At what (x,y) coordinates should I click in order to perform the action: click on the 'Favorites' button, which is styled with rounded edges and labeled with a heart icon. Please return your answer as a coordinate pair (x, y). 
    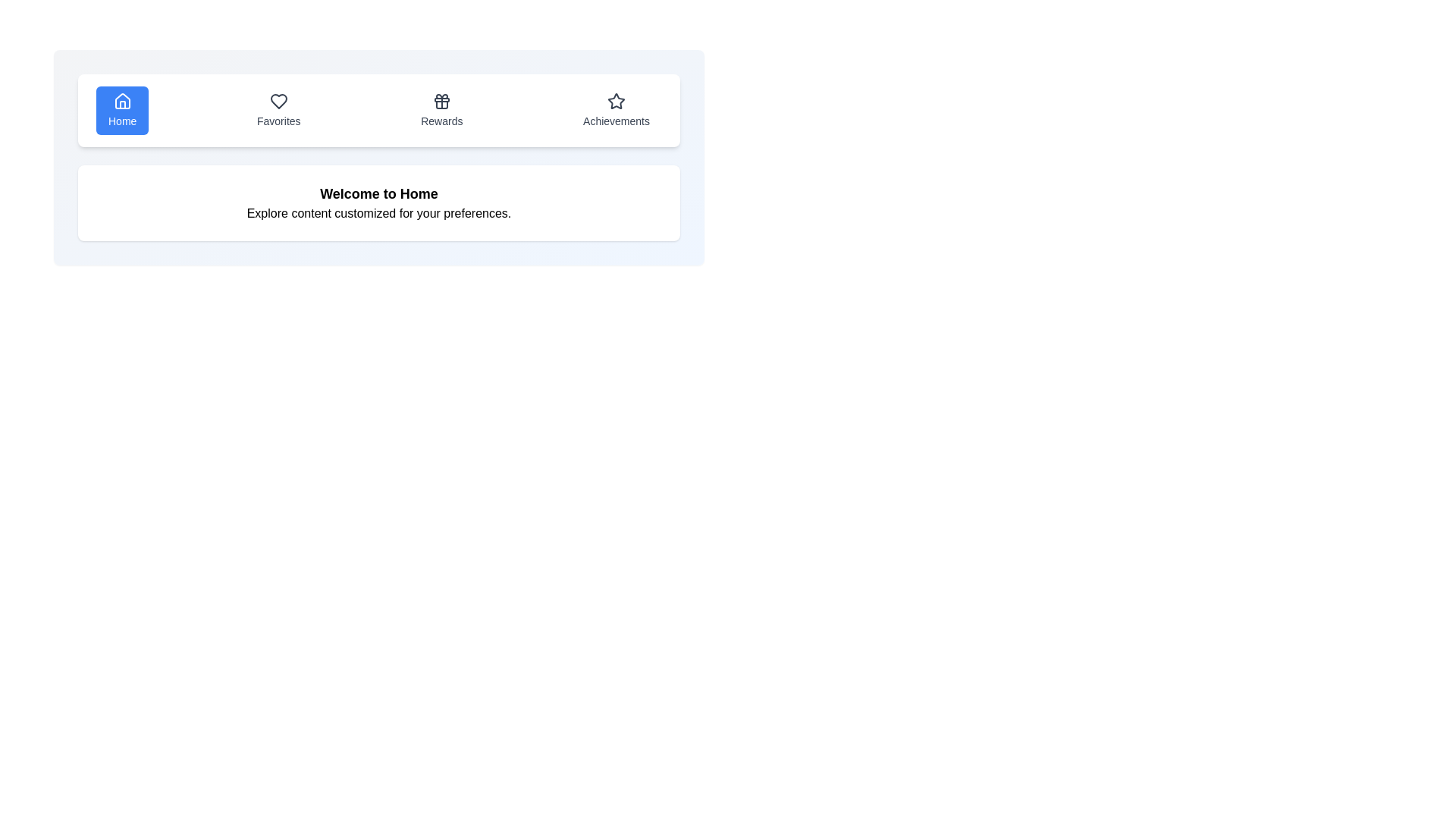
    Looking at the image, I should click on (278, 110).